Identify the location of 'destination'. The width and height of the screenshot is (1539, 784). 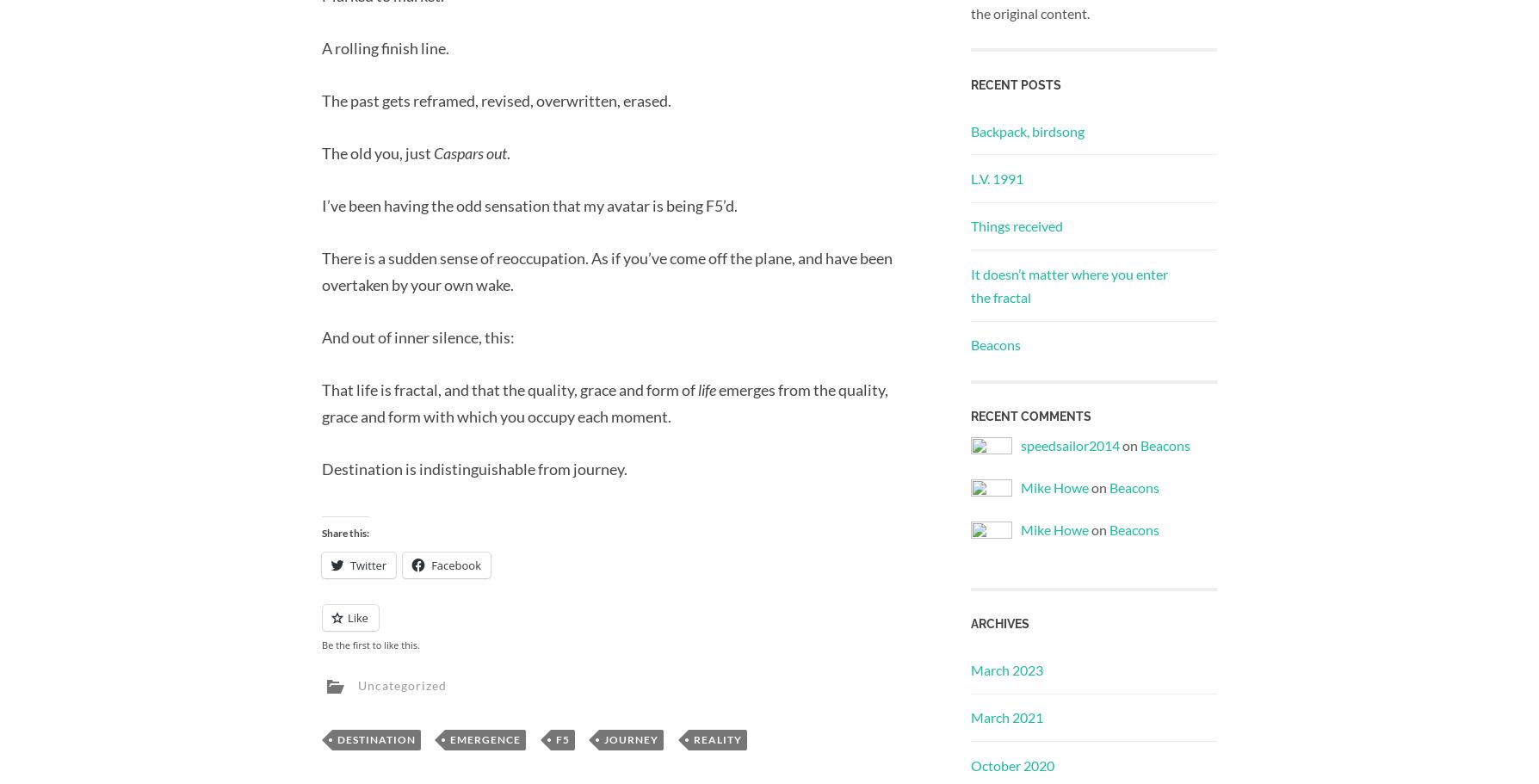
(375, 739).